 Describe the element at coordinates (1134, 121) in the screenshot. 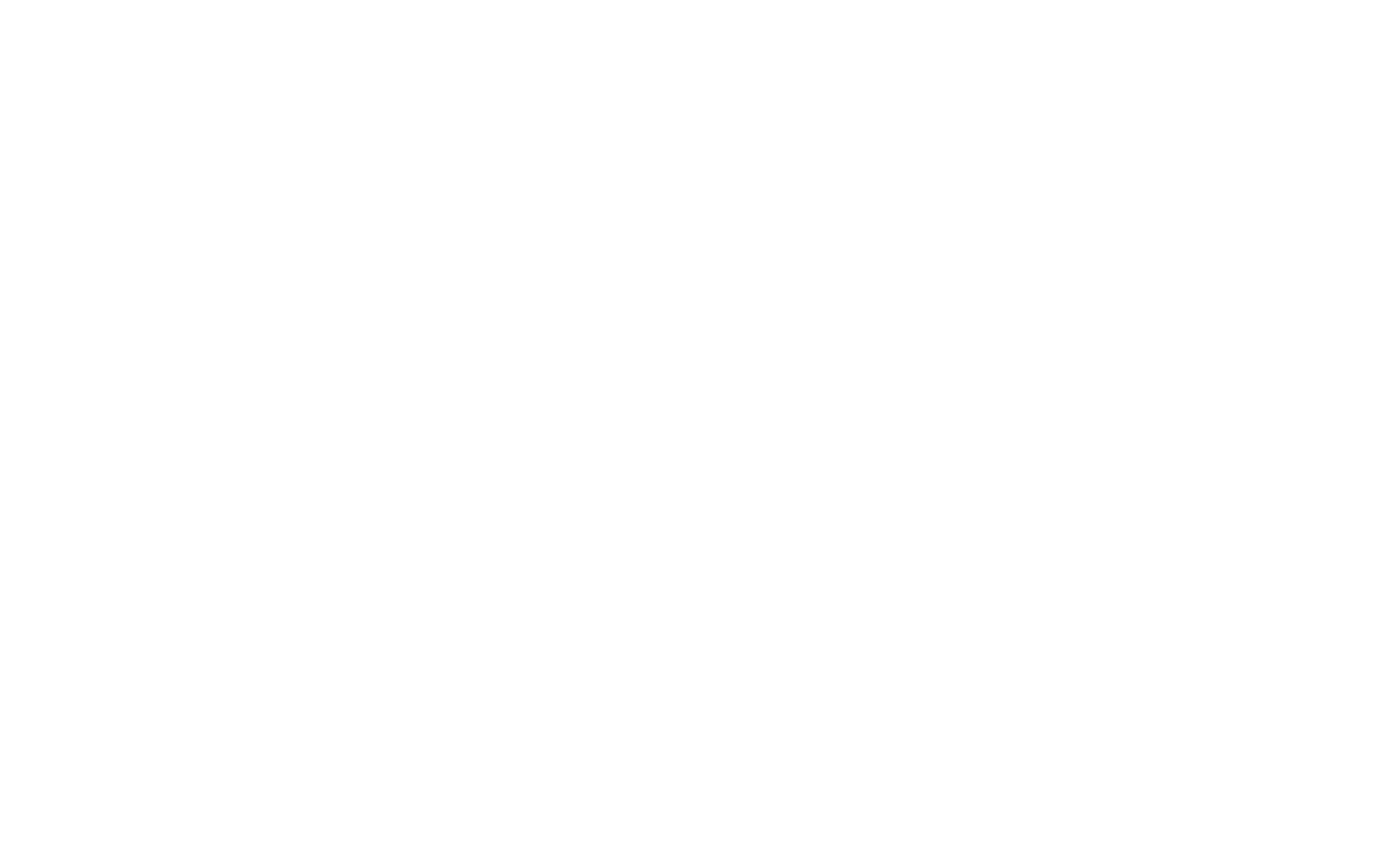

I see `'Düwag, double articulated'` at that location.